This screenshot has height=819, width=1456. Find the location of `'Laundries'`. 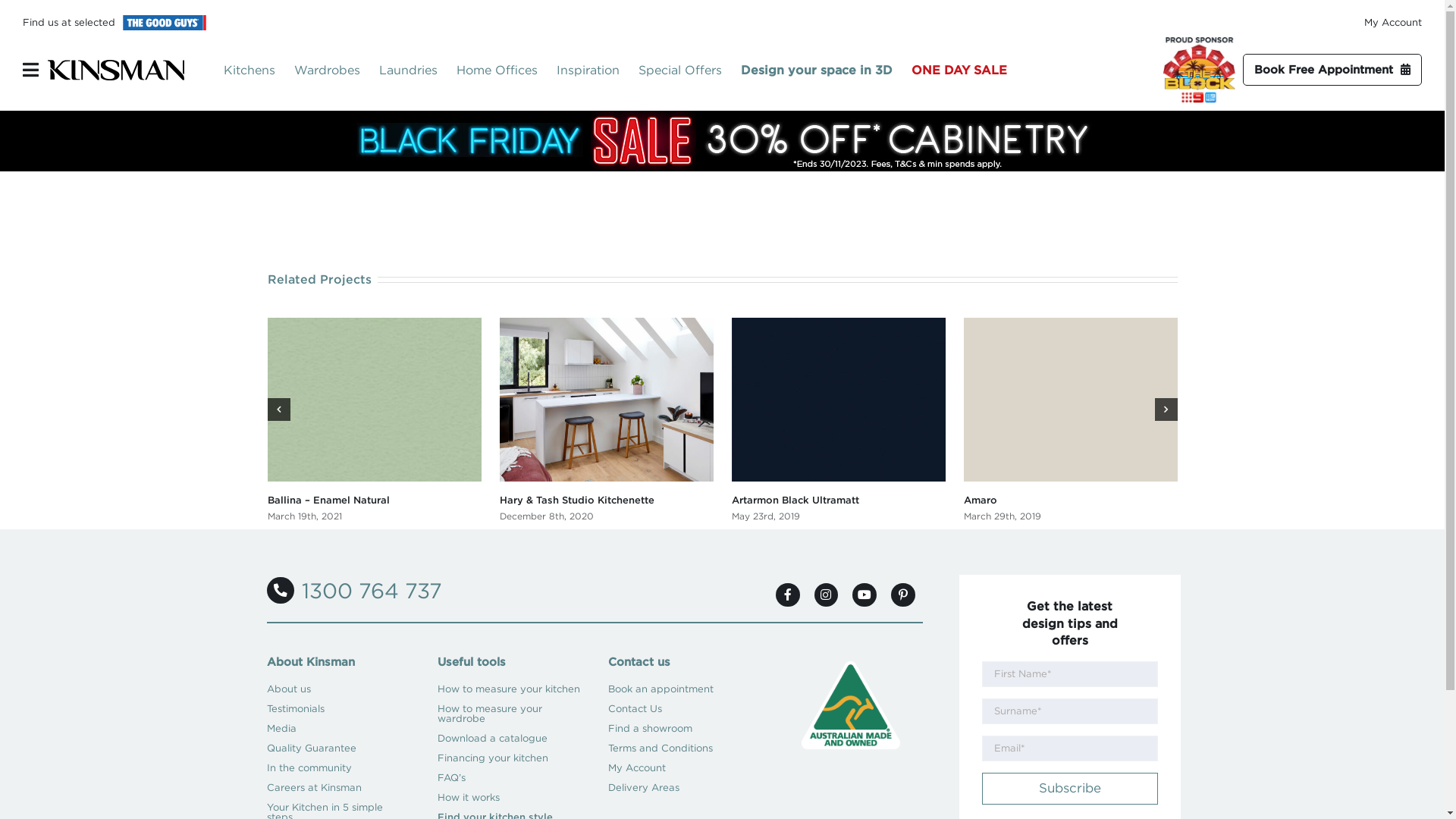

'Laundries' is located at coordinates (418, 70).